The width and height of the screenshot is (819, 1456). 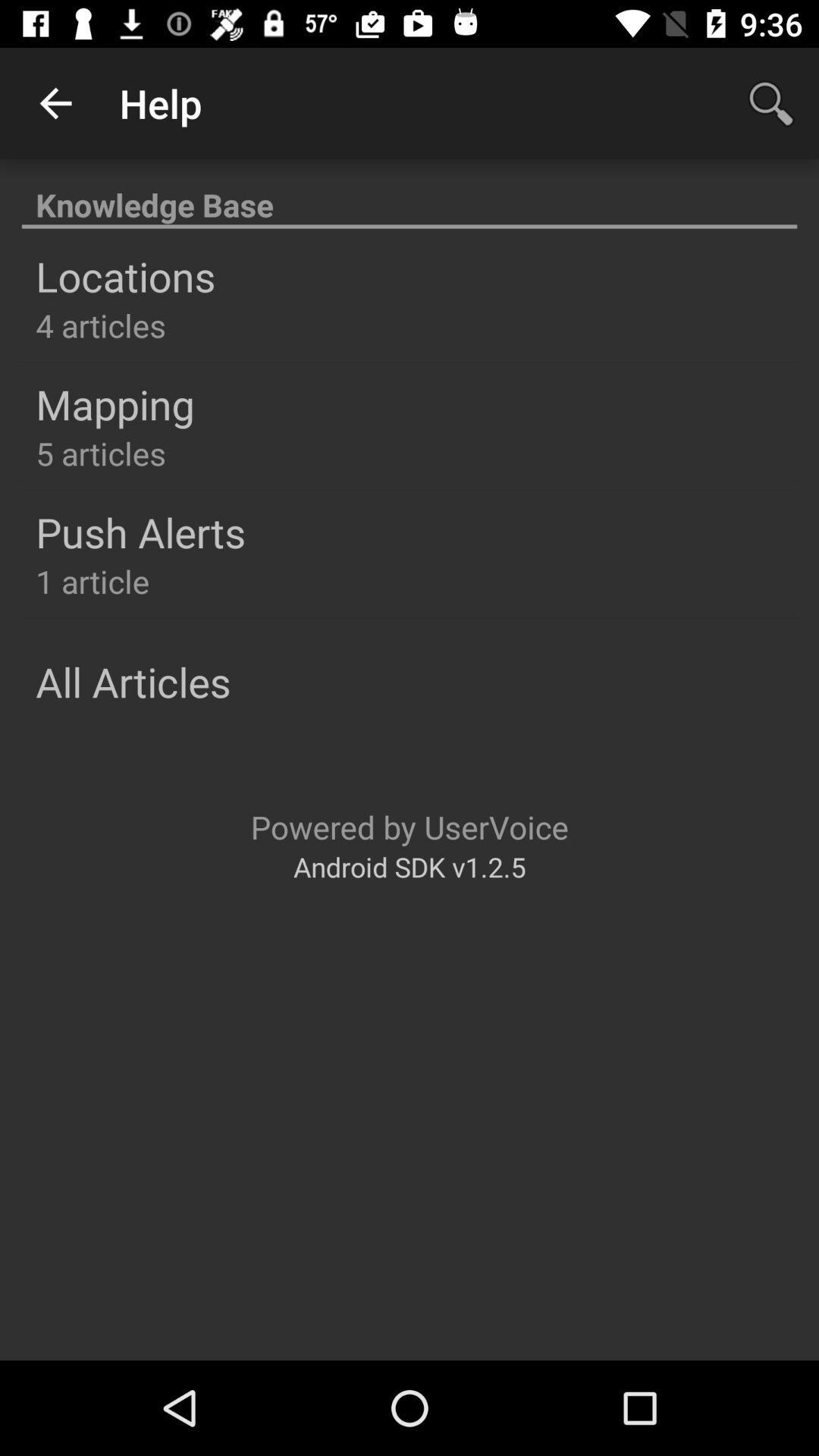 What do you see at coordinates (124, 276) in the screenshot?
I see `item below knowledge base` at bounding box center [124, 276].